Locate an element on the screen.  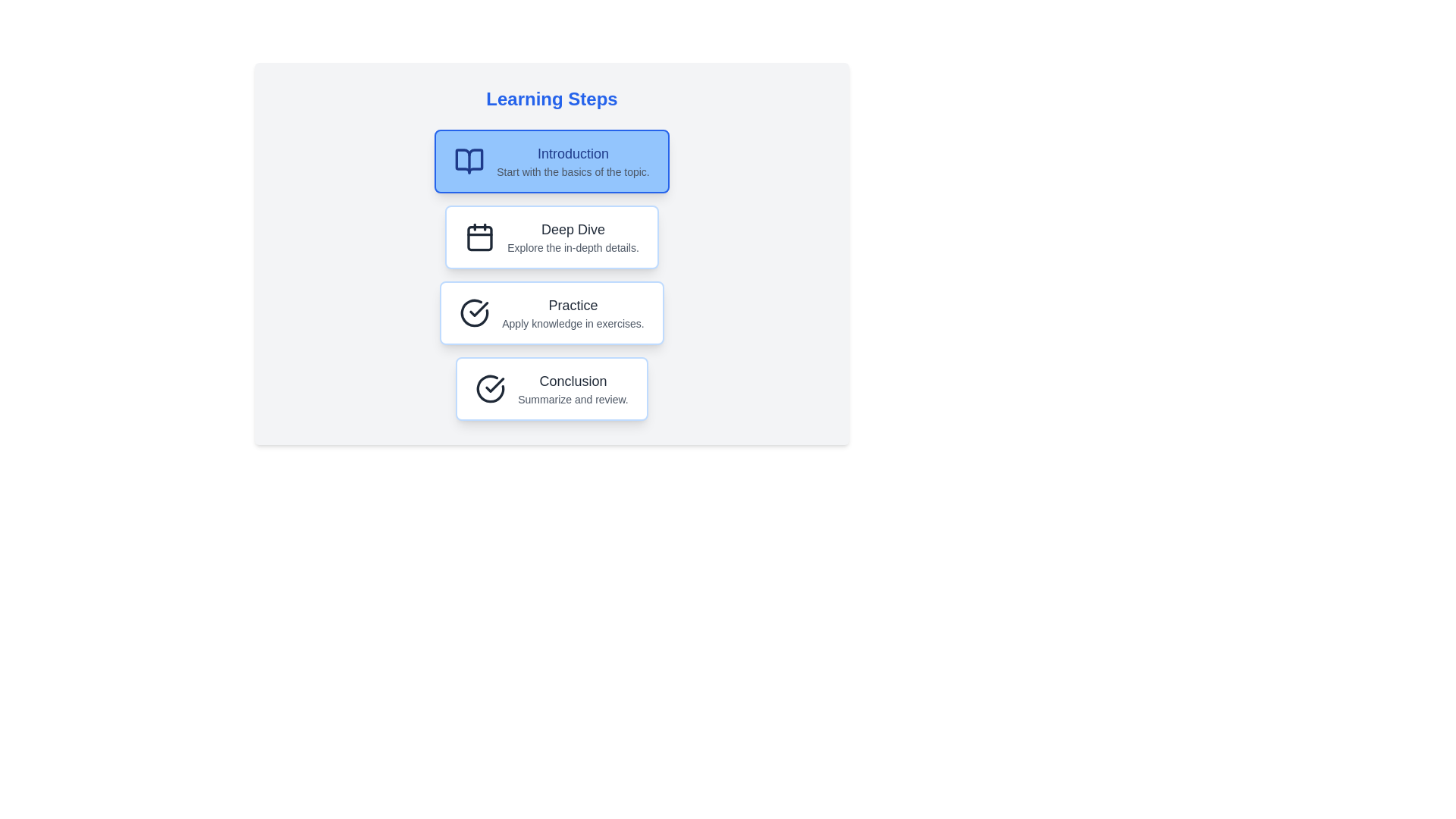
the second step in the 'Learning Steps' section, which serves as a label for exploring details about the topic is located at coordinates (572, 237).